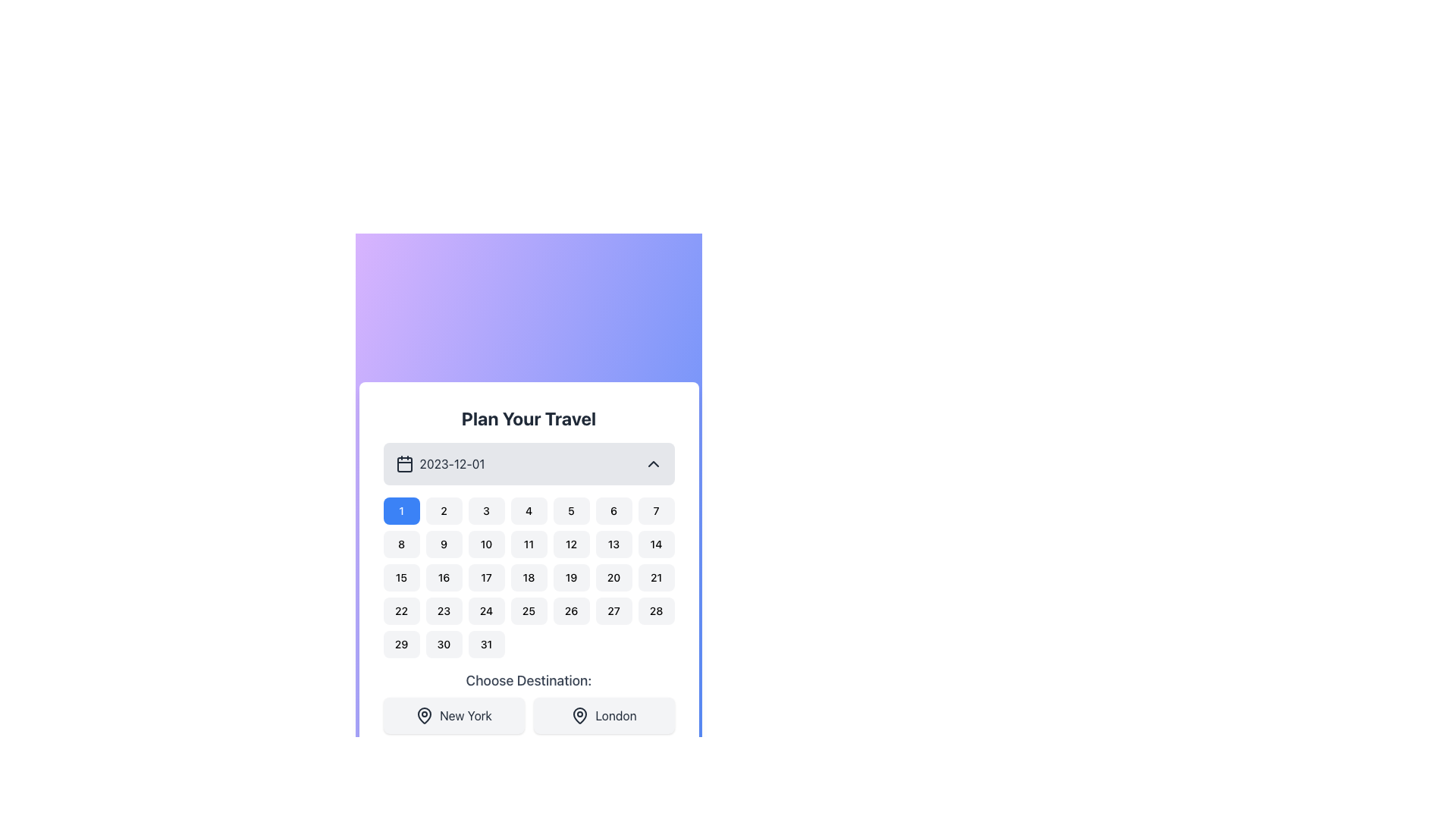 The width and height of the screenshot is (1456, 819). Describe the element at coordinates (656, 543) in the screenshot. I see `the button displaying the number '14' with a light gray background in the second row and seventh column of the grid to trigger the hover effect that changes the background color to blue` at that location.